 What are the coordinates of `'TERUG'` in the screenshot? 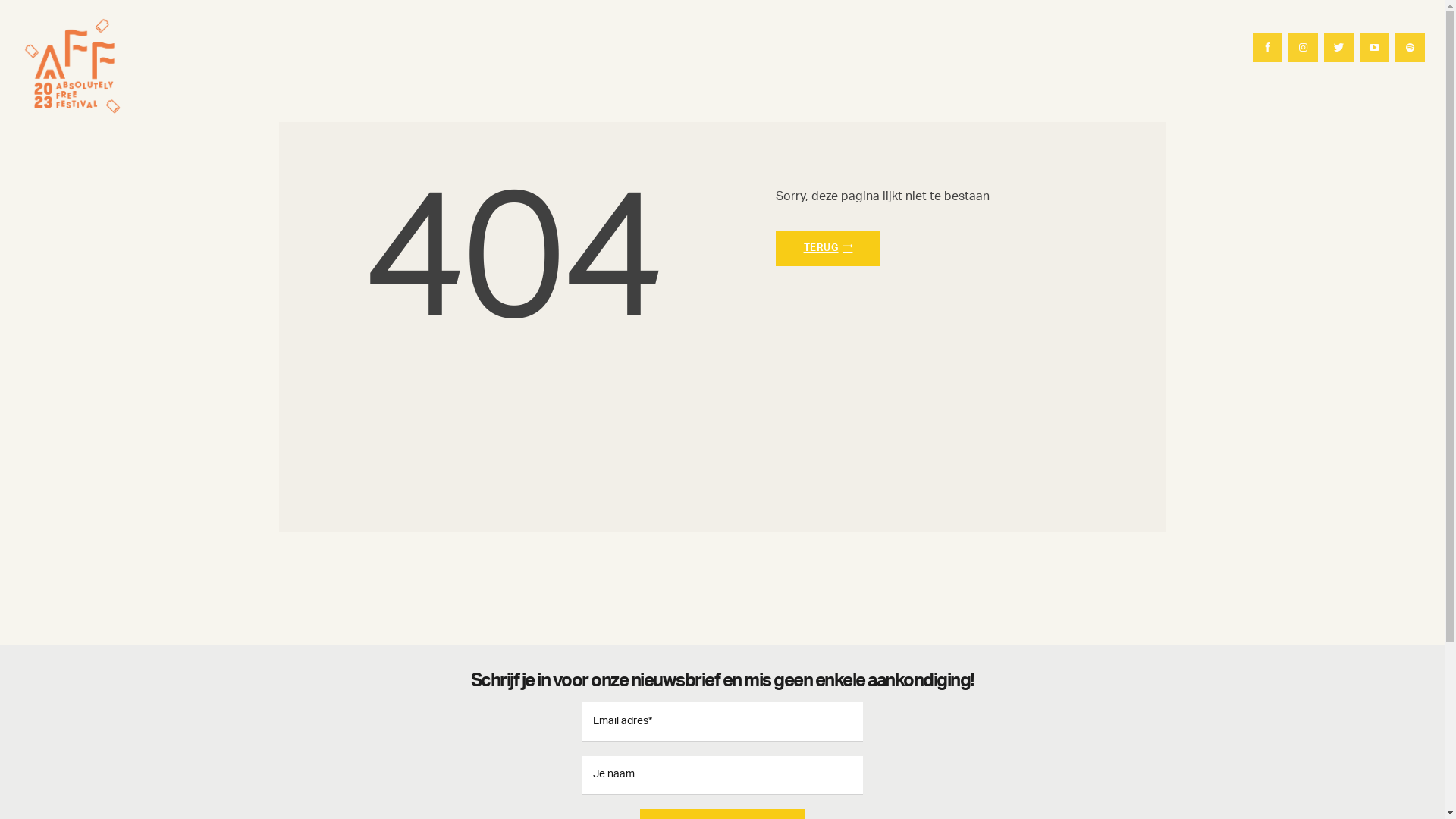 It's located at (827, 247).